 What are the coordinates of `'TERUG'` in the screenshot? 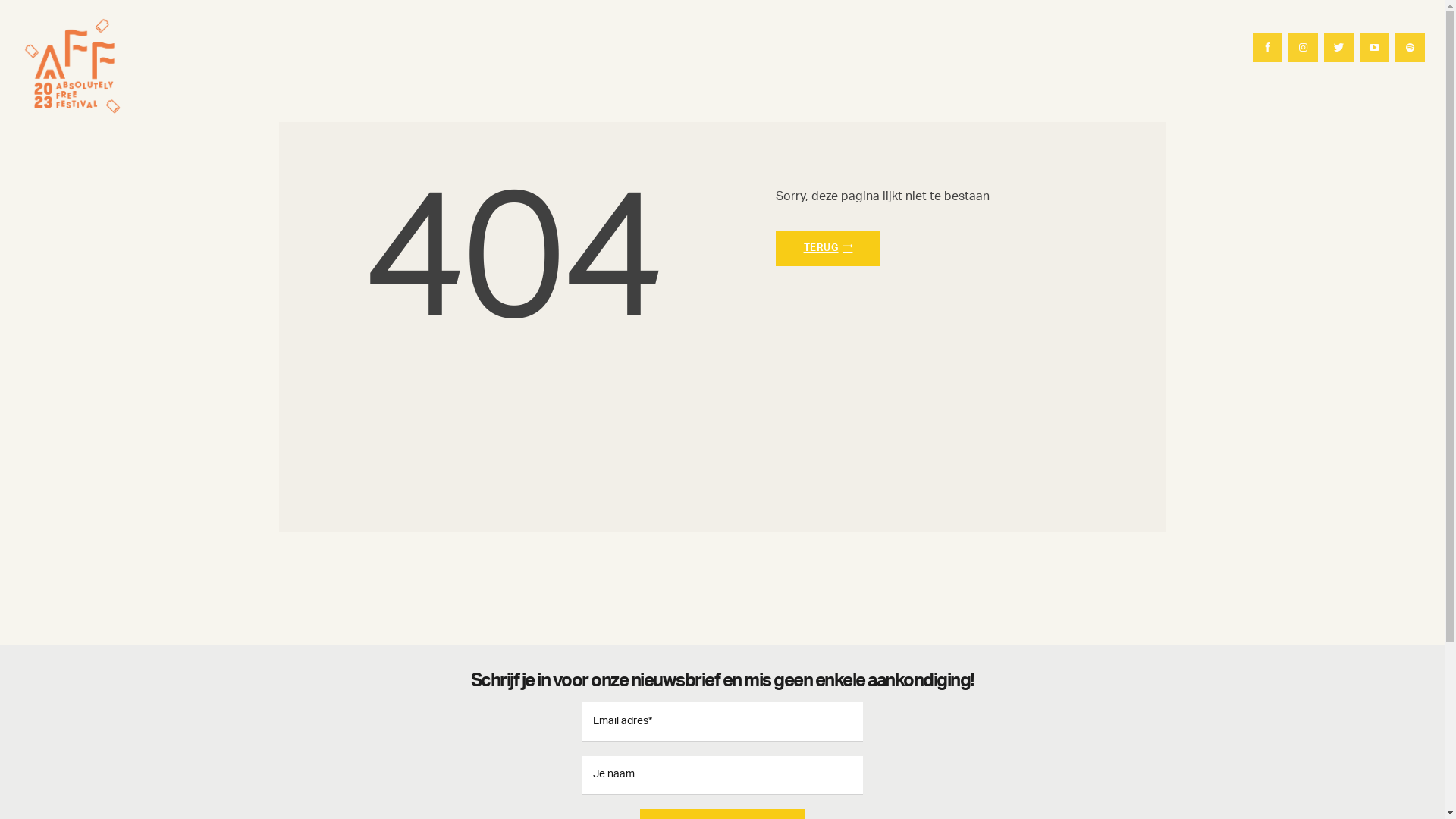 It's located at (827, 247).